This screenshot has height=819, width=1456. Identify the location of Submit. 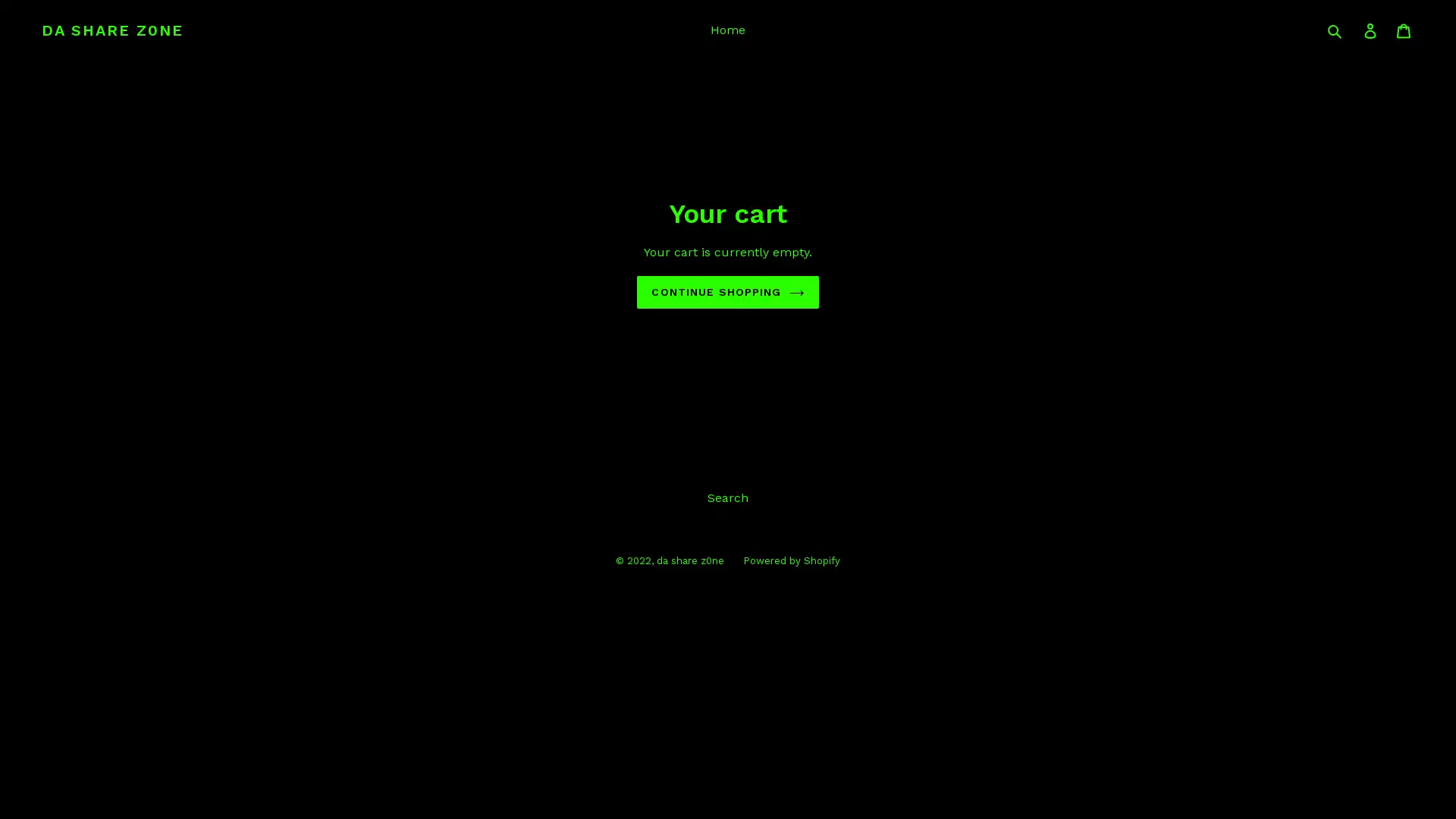
(1335, 30).